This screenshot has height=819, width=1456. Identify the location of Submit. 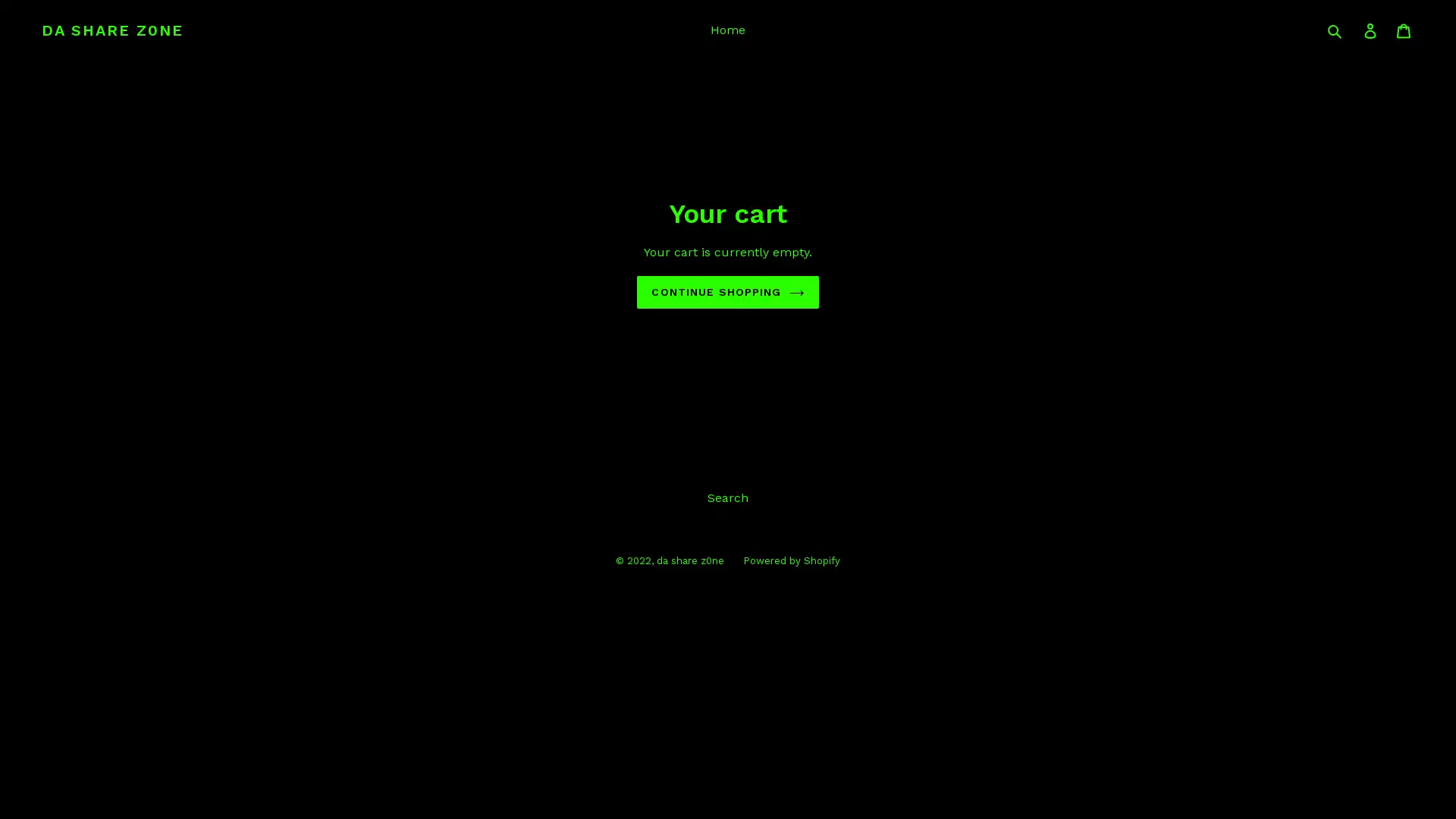
(1335, 30).